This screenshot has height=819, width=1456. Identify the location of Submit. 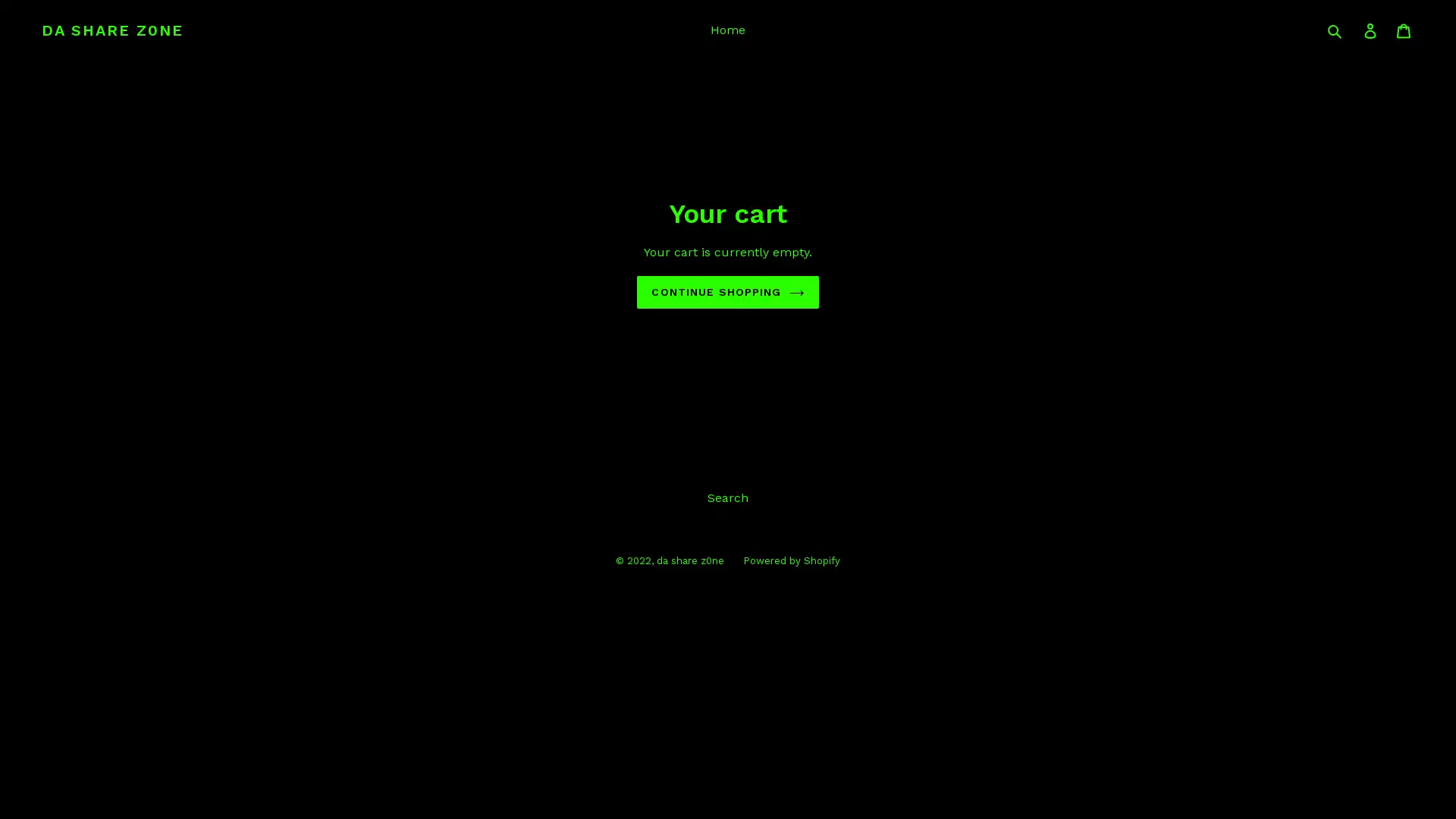
(1335, 30).